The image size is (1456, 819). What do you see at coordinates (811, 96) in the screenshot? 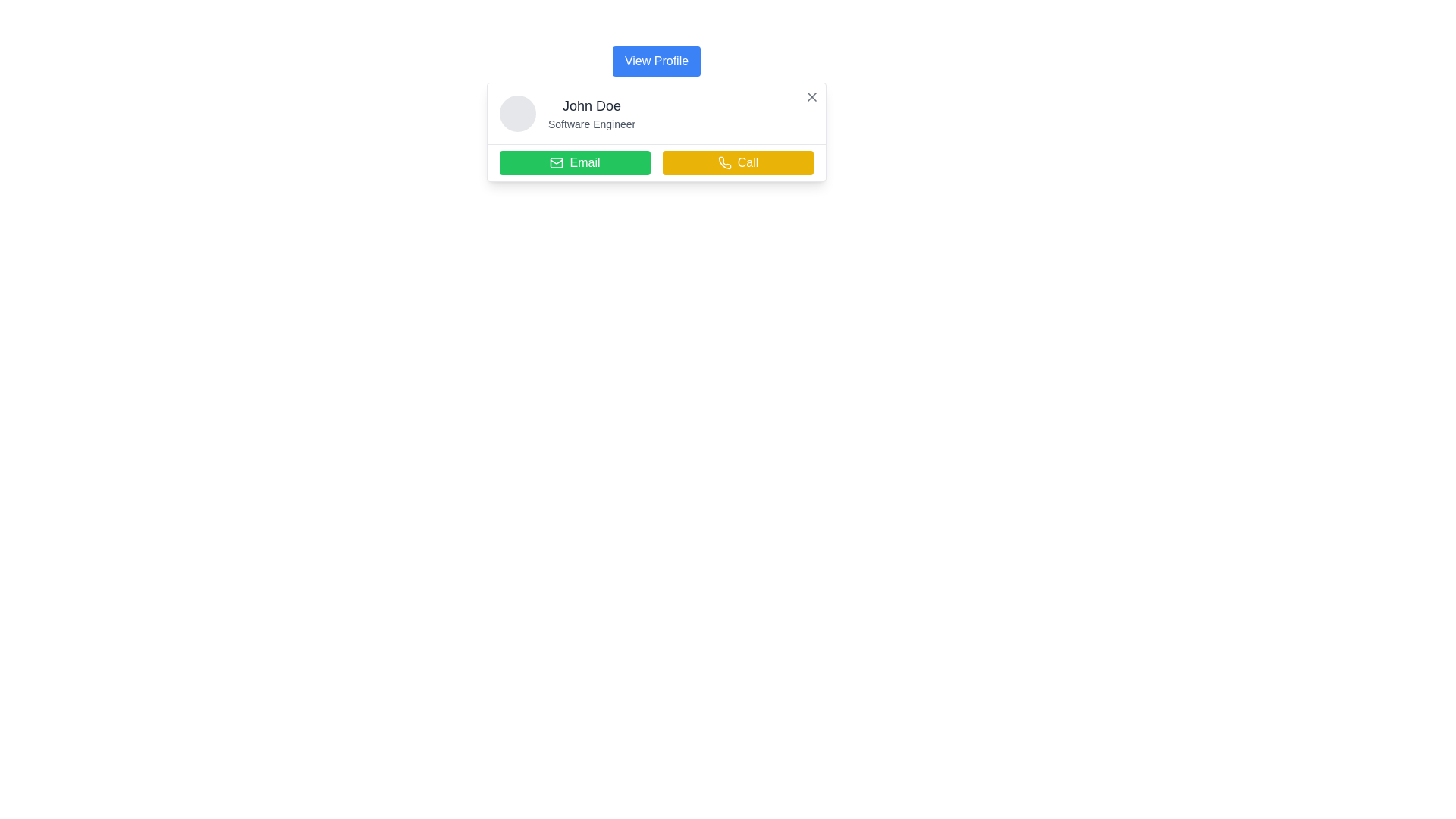
I see `the 'X' icon located in the upper-right corner of the profile card section` at bounding box center [811, 96].